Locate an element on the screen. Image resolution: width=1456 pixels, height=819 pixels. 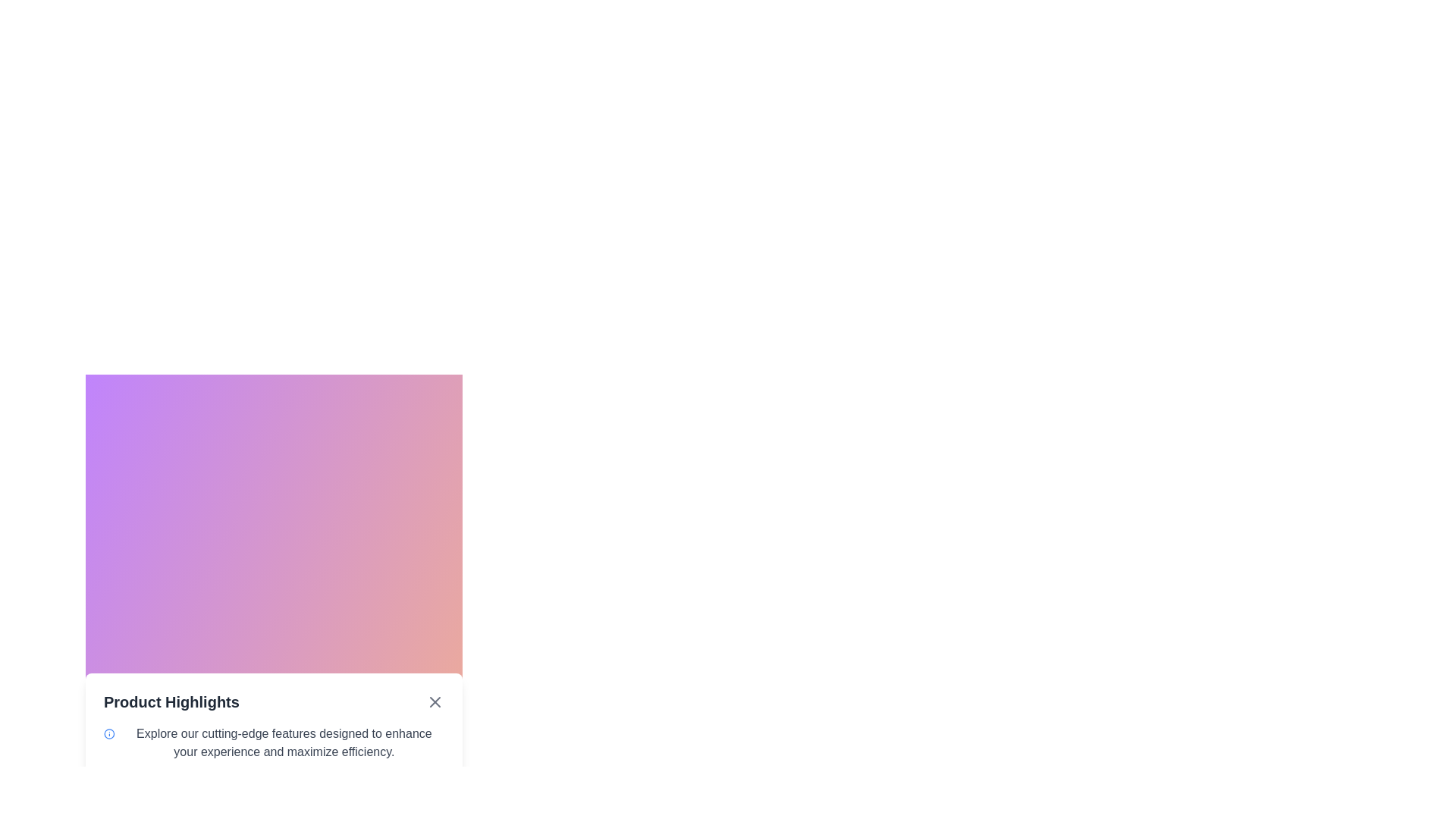
the informational icon located to the left of the descriptive text 'Explore our cutting-edge features designed to enhance your experience and maximize efficiency' is located at coordinates (108, 733).